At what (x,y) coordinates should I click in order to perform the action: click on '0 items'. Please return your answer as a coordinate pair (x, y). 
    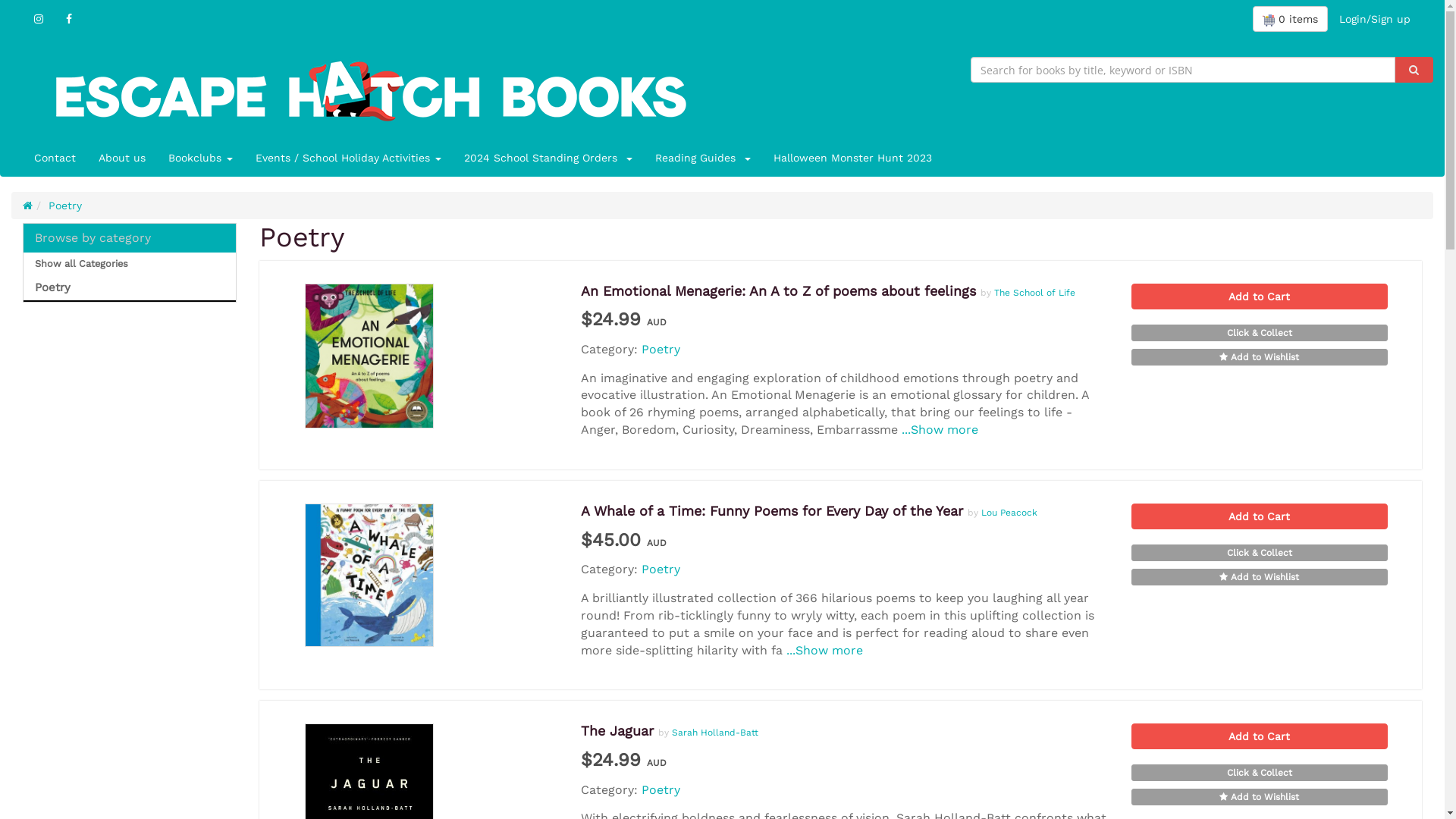
    Looking at the image, I should click on (1289, 18).